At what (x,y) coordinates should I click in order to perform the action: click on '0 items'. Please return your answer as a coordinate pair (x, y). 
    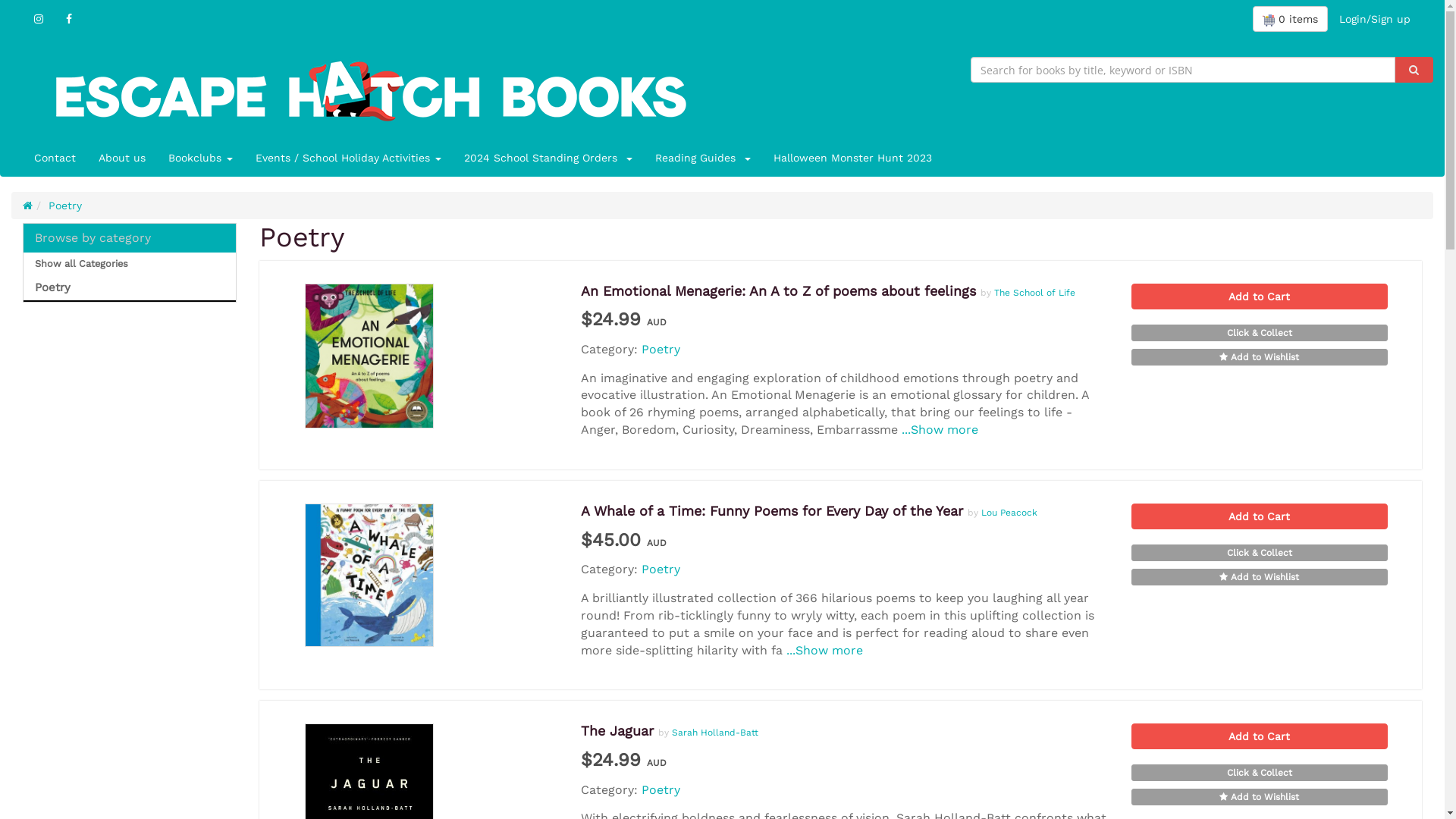
    Looking at the image, I should click on (1289, 18).